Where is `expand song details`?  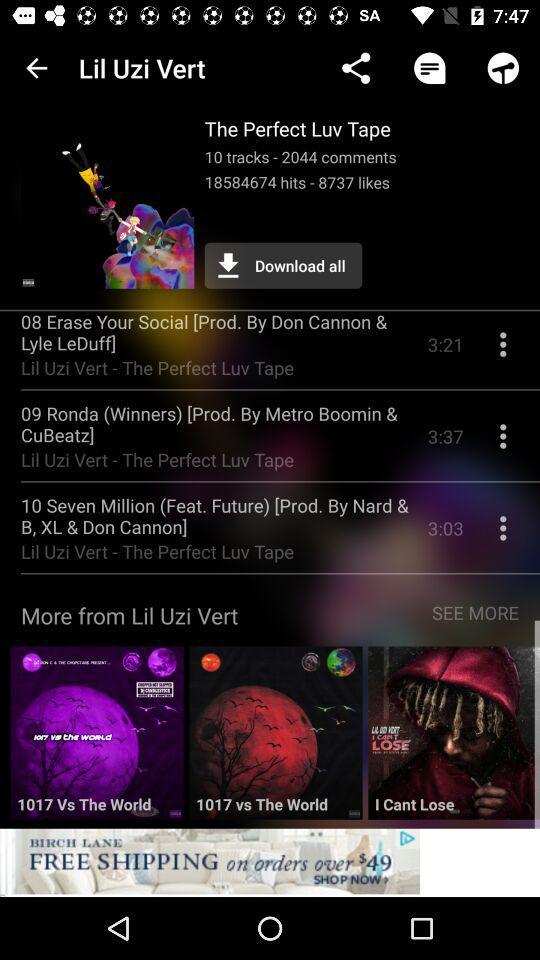
expand song details is located at coordinates (502, 534).